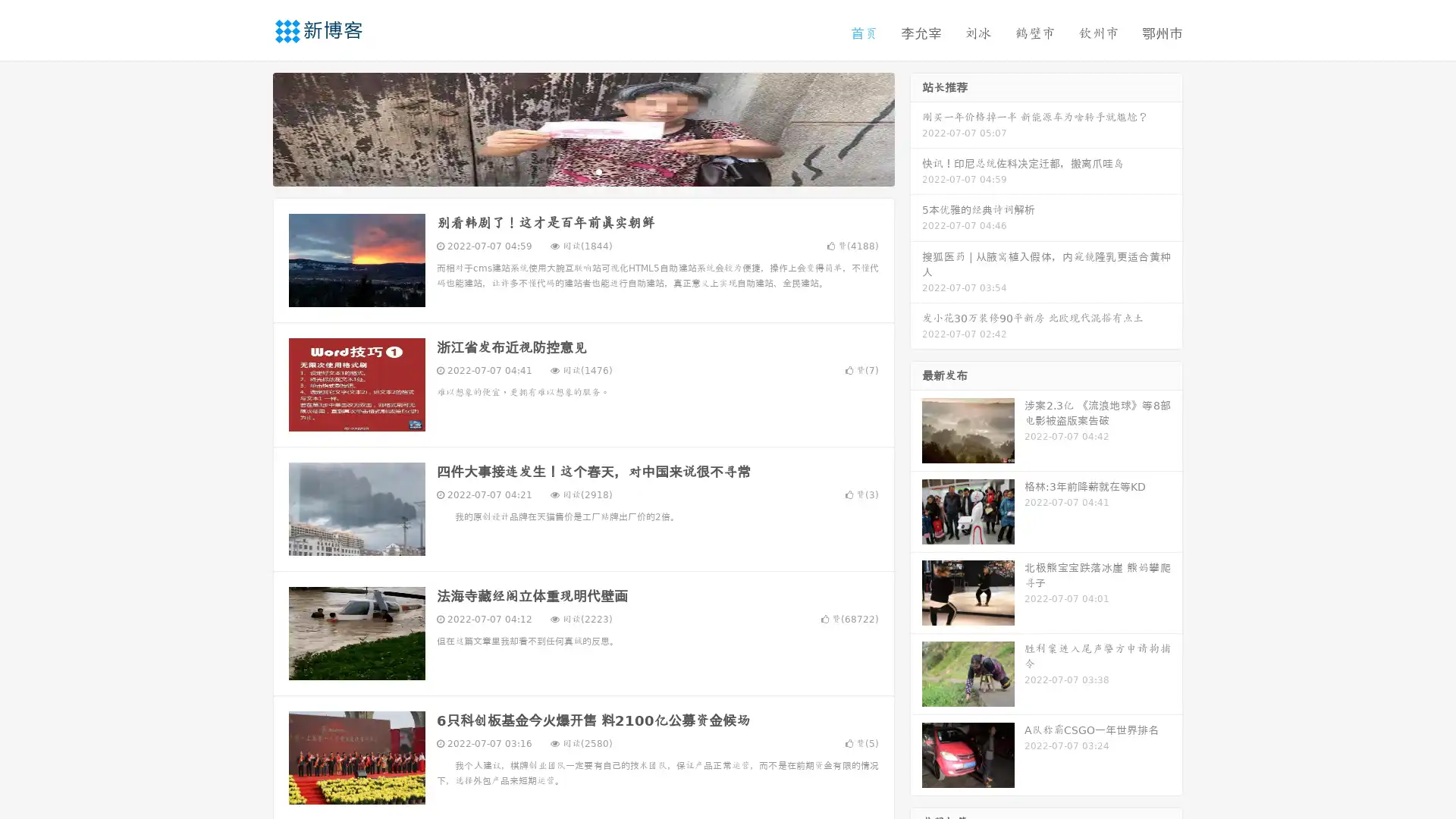 The height and width of the screenshot is (819, 1456). What do you see at coordinates (567, 171) in the screenshot?
I see `Go to slide 1` at bounding box center [567, 171].